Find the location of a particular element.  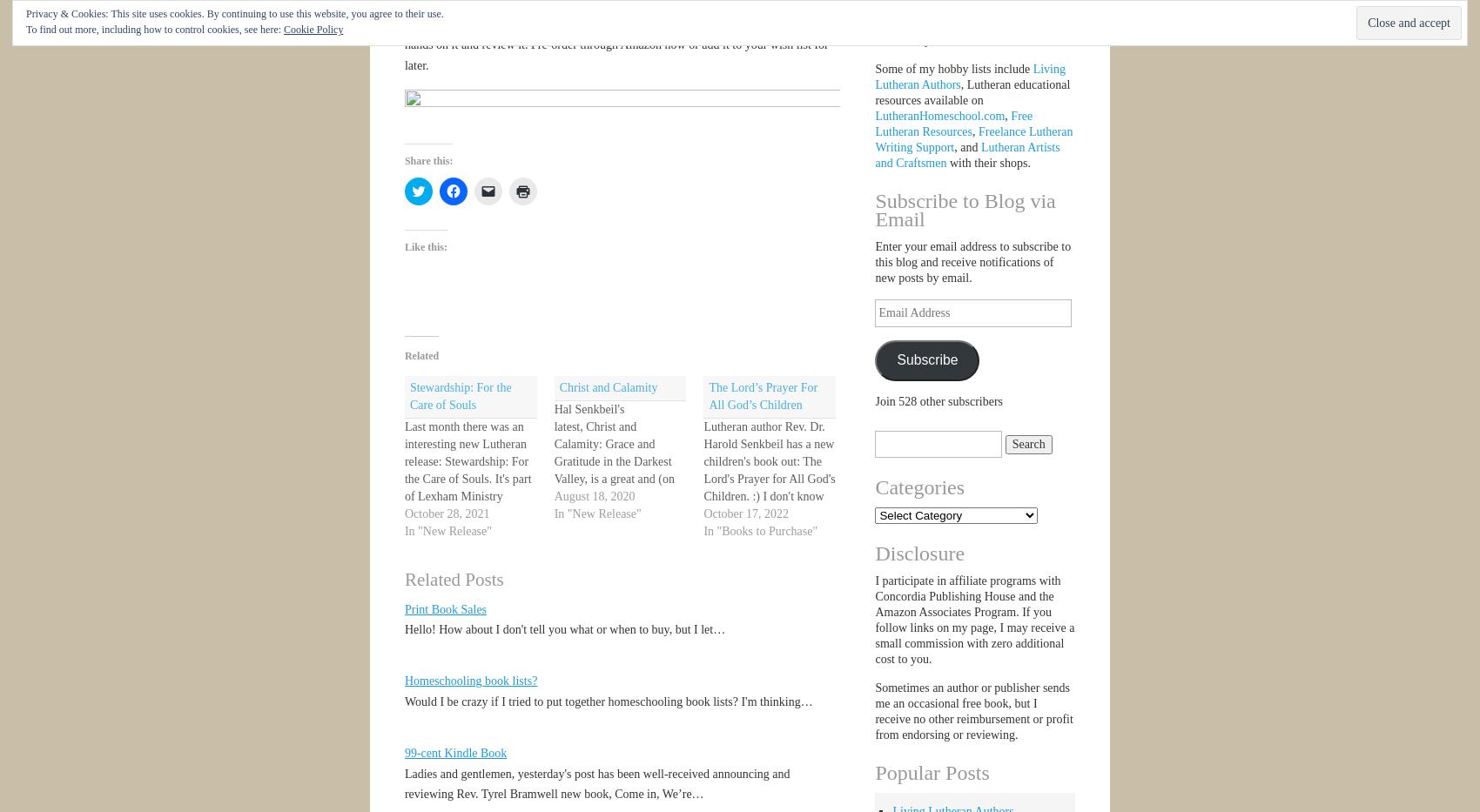

'To find out more, including how to control cookies, see here:' is located at coordinates (153, 28).